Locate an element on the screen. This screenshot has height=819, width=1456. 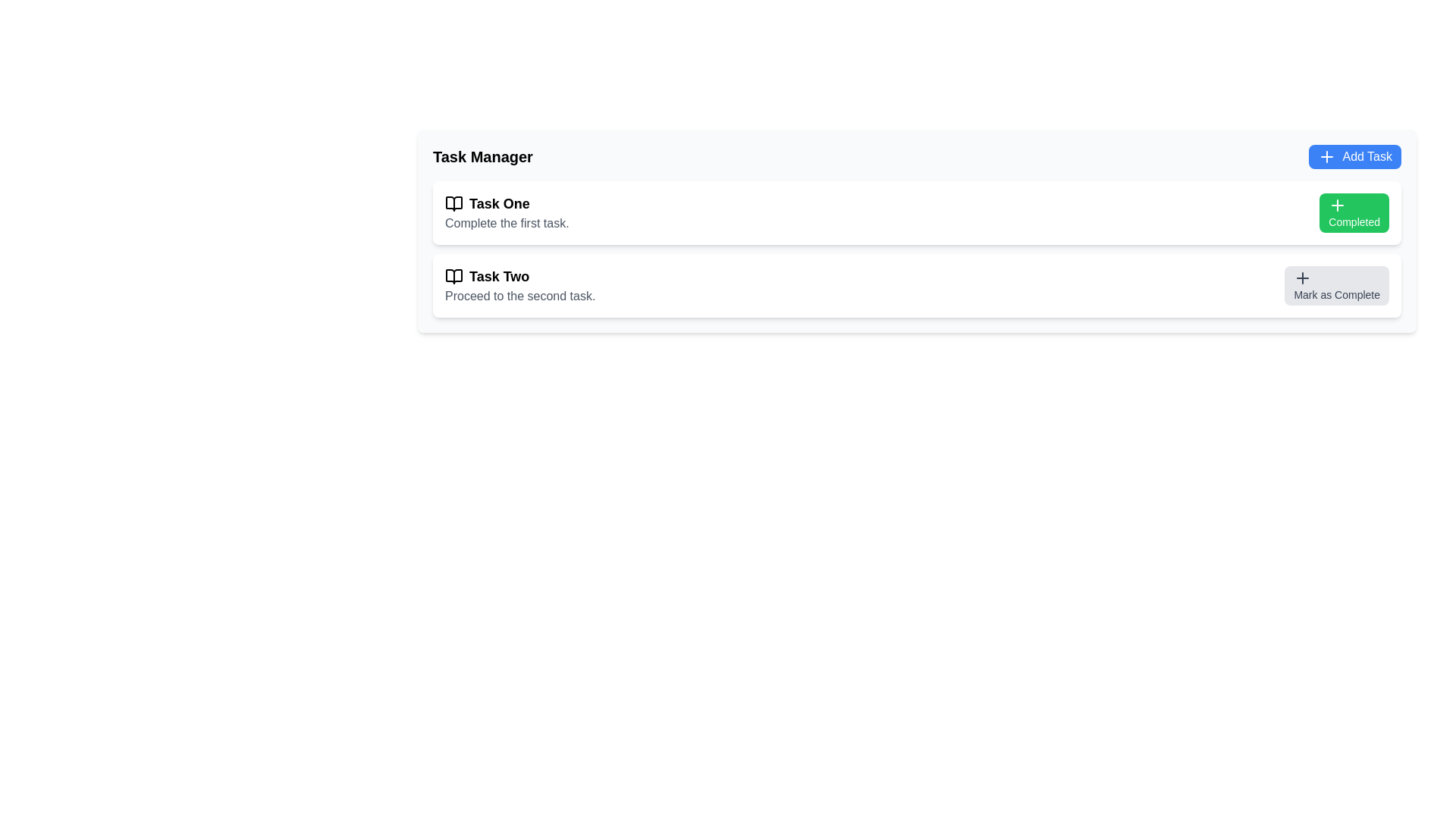
the Text Label element that reads 'Proceed to the second task.', which is displayed in grayish color and is located below the title heading 'Task Two' is located at coordinates (520, 296).